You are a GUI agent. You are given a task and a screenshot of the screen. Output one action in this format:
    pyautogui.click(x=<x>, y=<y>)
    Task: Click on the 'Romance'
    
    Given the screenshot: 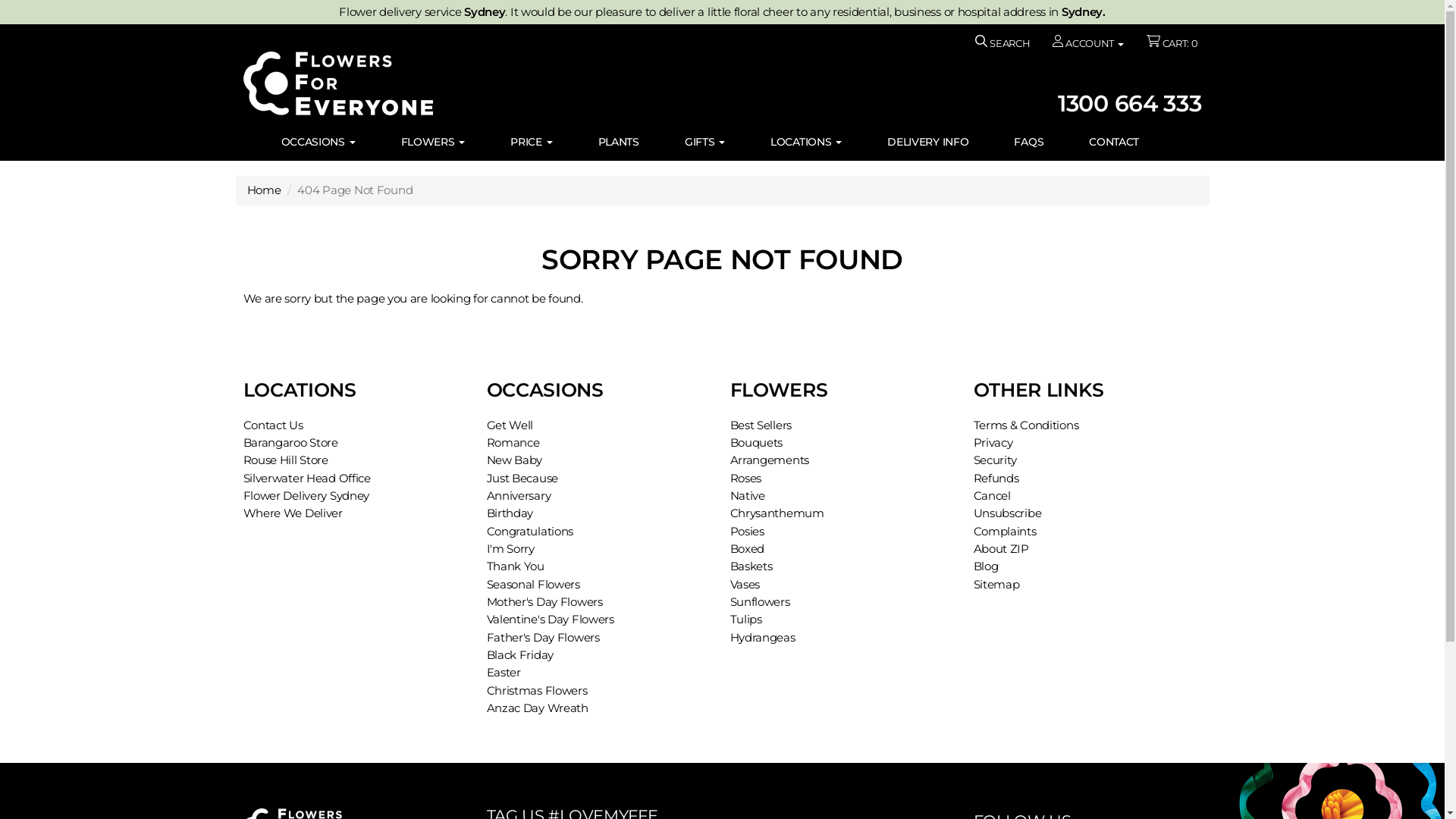 What is the action you would take?
    pyautogui.click(x=513, y=442)
    